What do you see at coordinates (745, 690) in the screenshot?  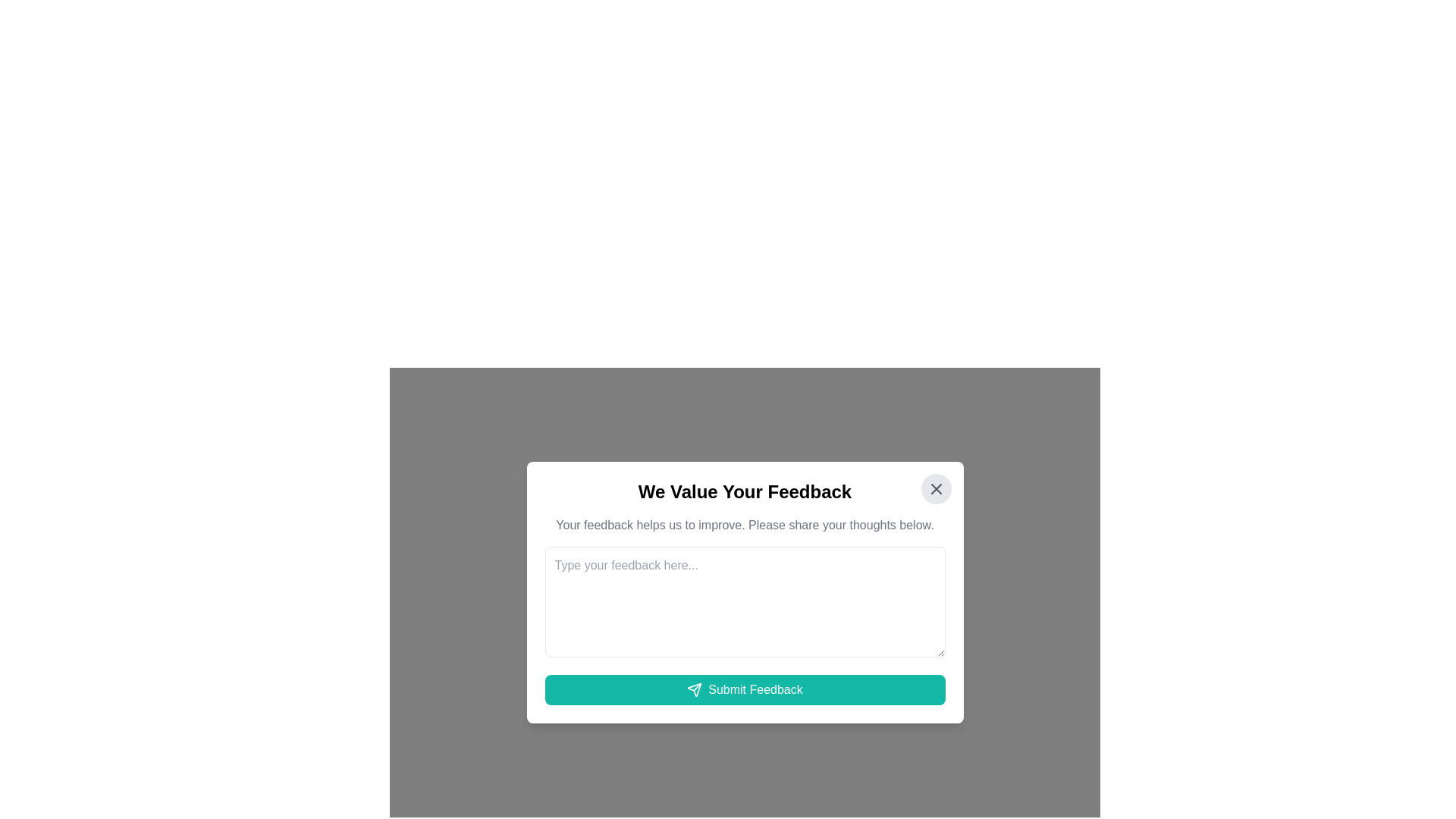 I see `the 'Submit Feedback' button, which is a horizontally elongated button with a teal background and white text, located at the bottom of the feedback submission form` at bounding box center [745, 690].